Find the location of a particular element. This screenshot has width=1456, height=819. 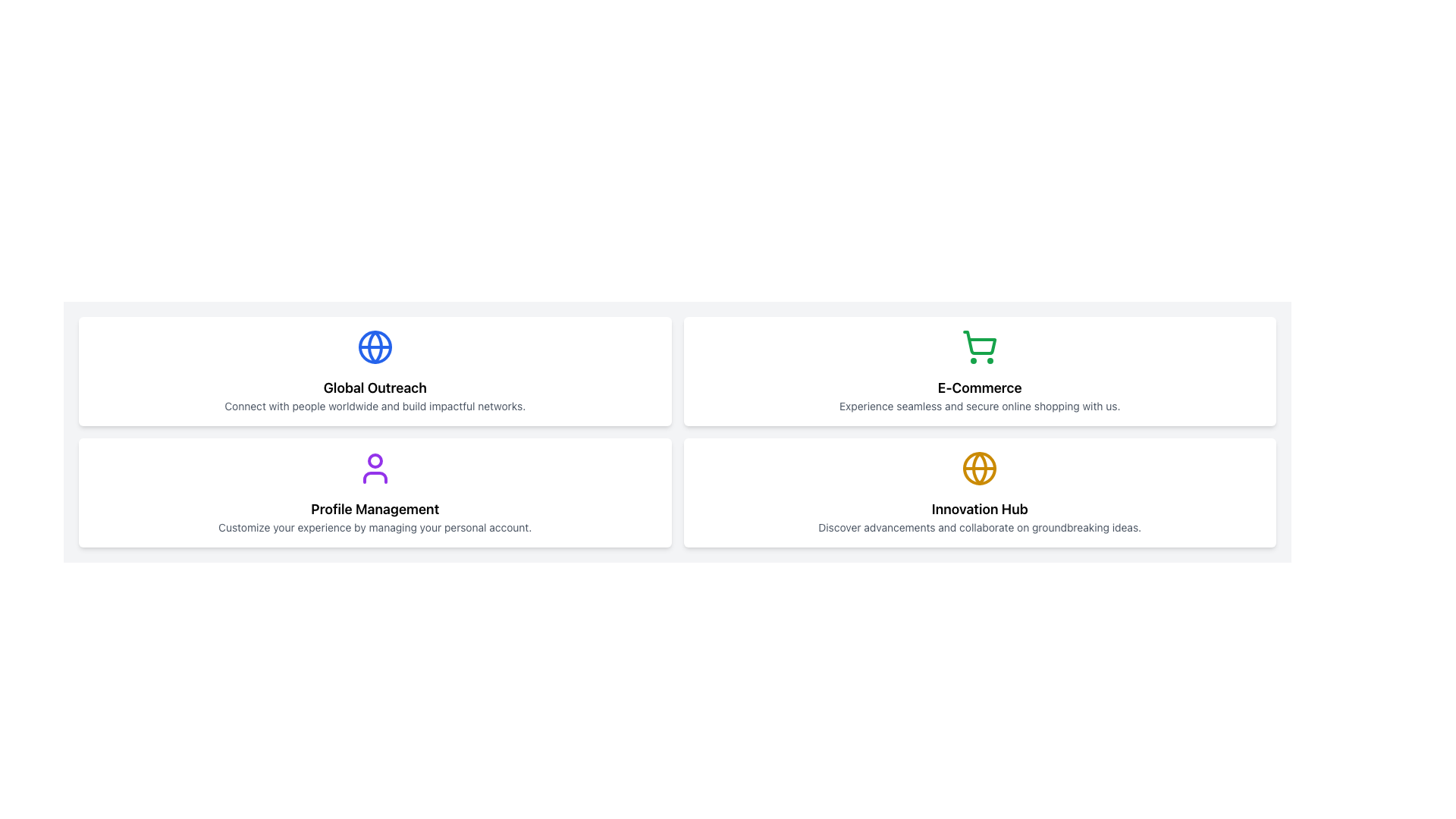

text line that says 'Connect with people worldwide and build impactful networks.' located underneath the title 'Global Outreach' in a white card layout is located at coordinates (375, 406).